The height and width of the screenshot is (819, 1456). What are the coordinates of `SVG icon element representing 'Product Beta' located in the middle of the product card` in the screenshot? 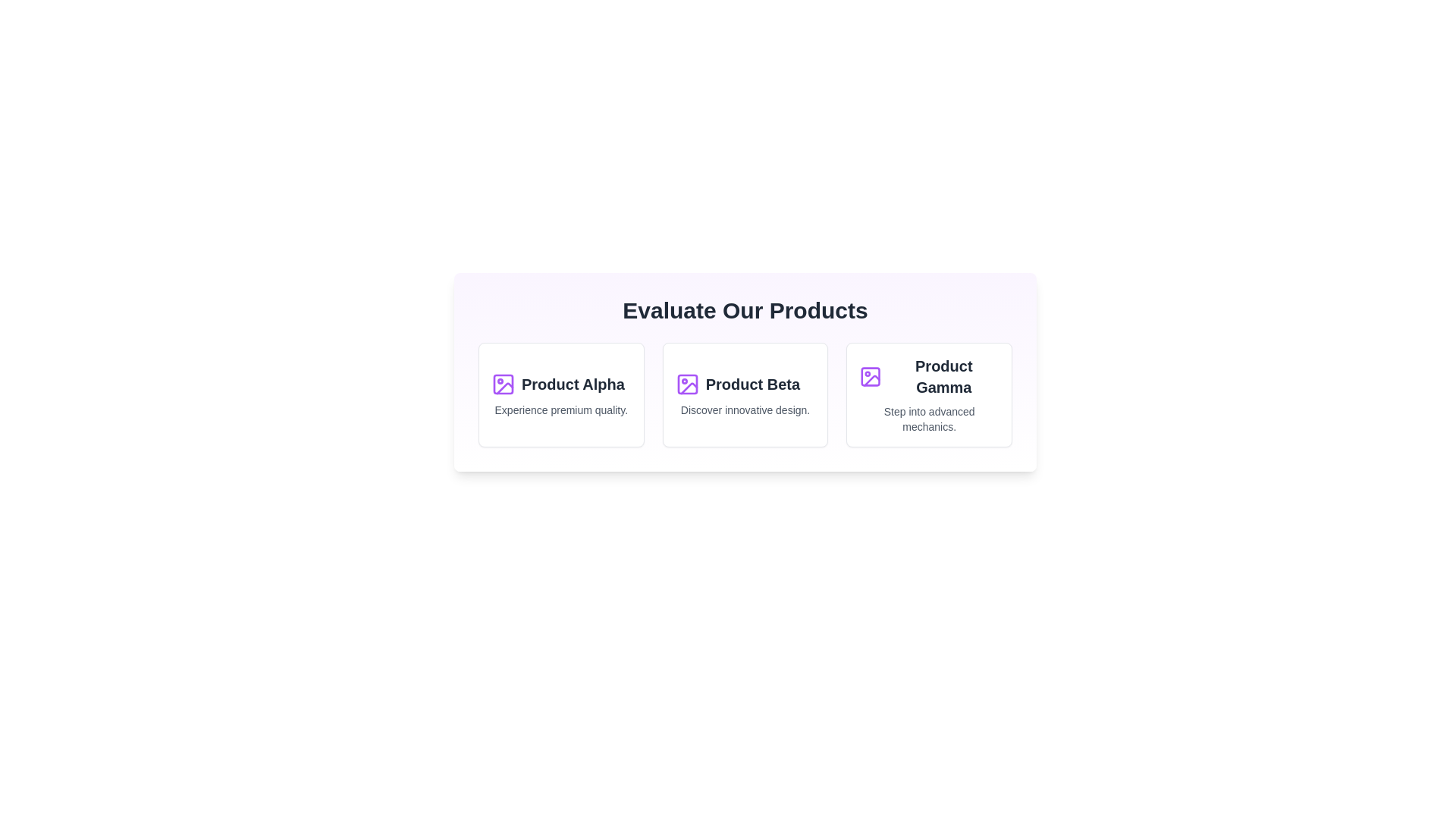 It's located at (688, 388).